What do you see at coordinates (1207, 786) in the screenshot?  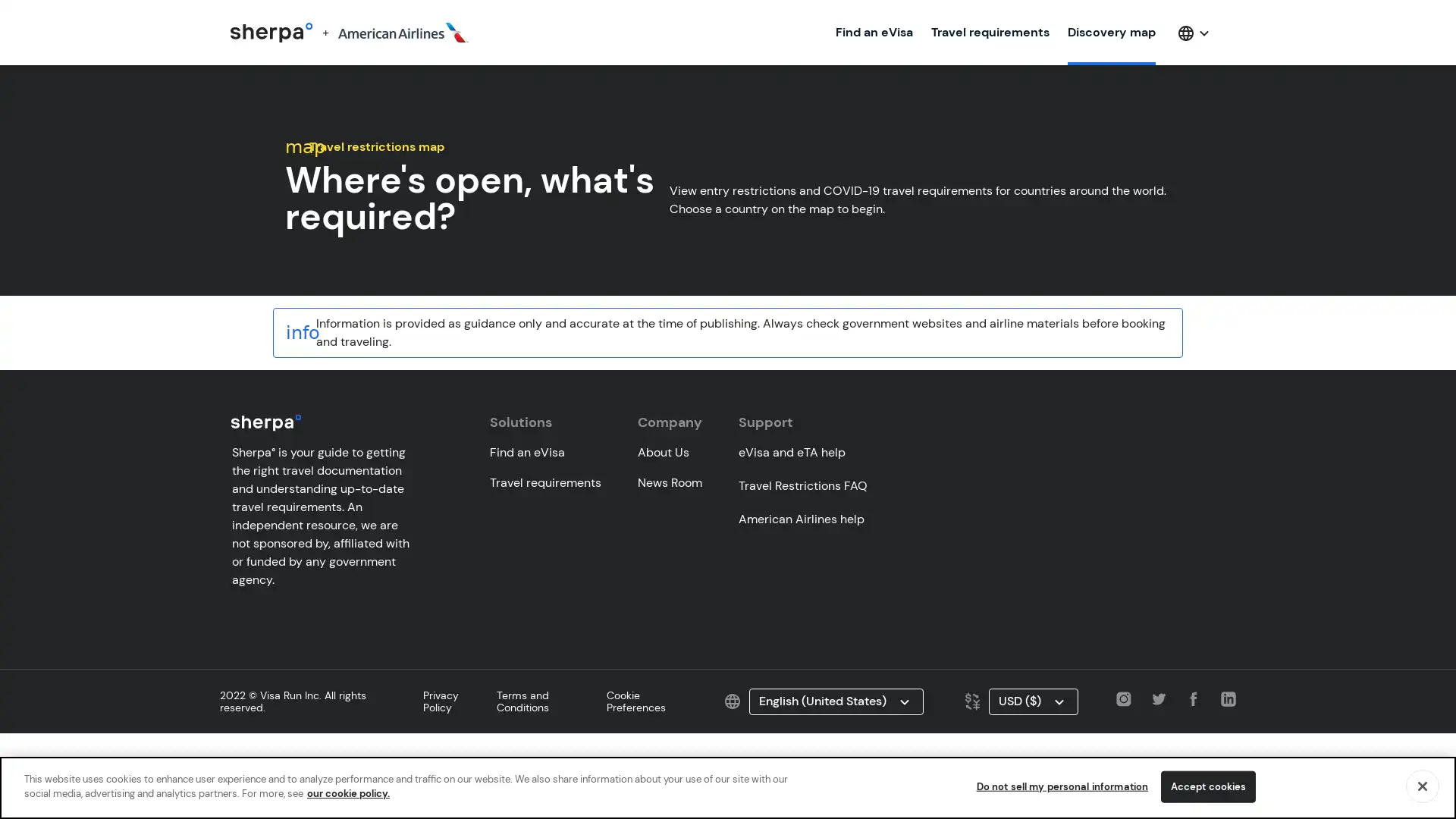 I see `Accept cookies` at bounding box center [1207, 786].